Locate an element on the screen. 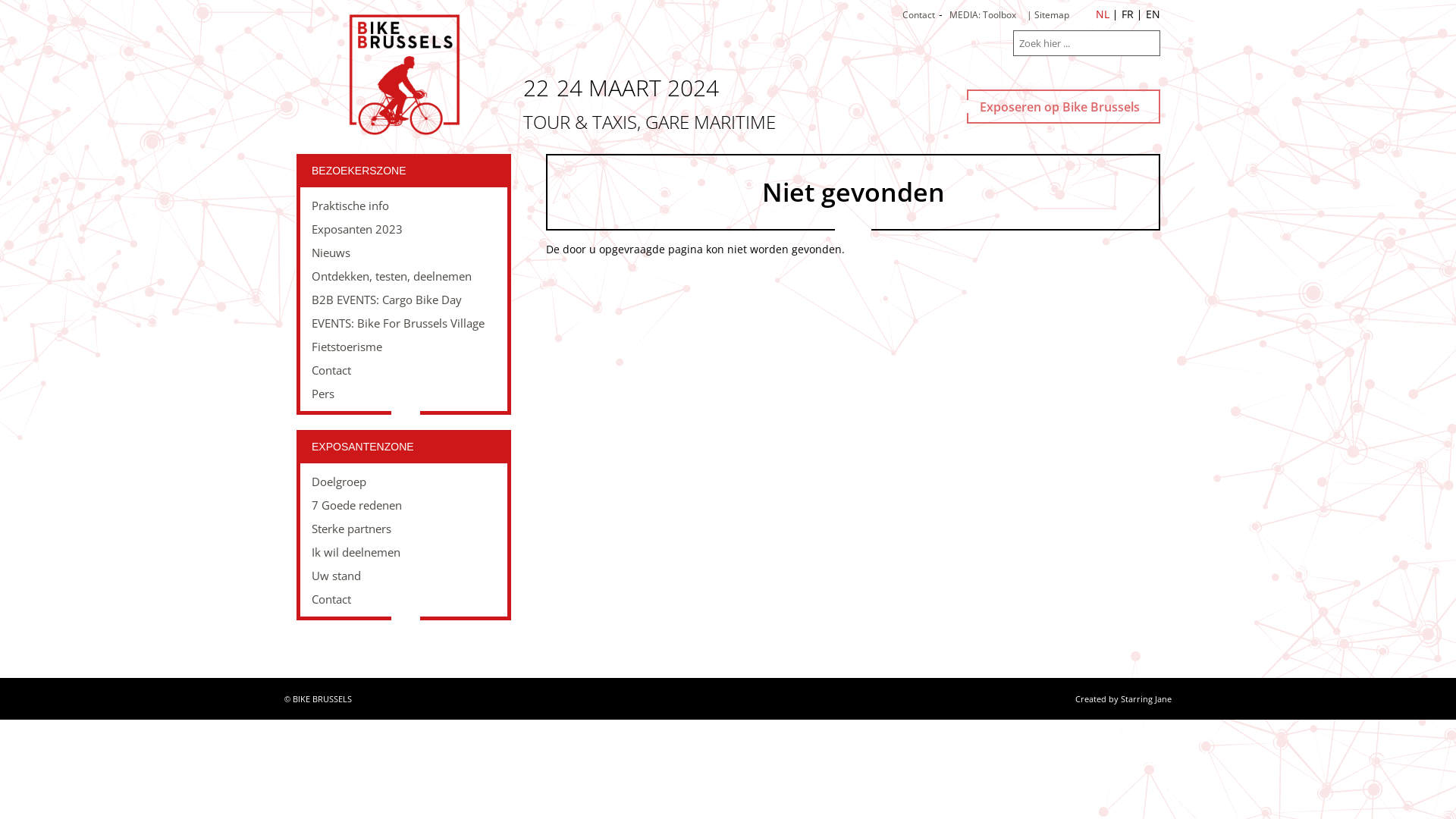  'Uw stand' is located at coordinates (403, 576).